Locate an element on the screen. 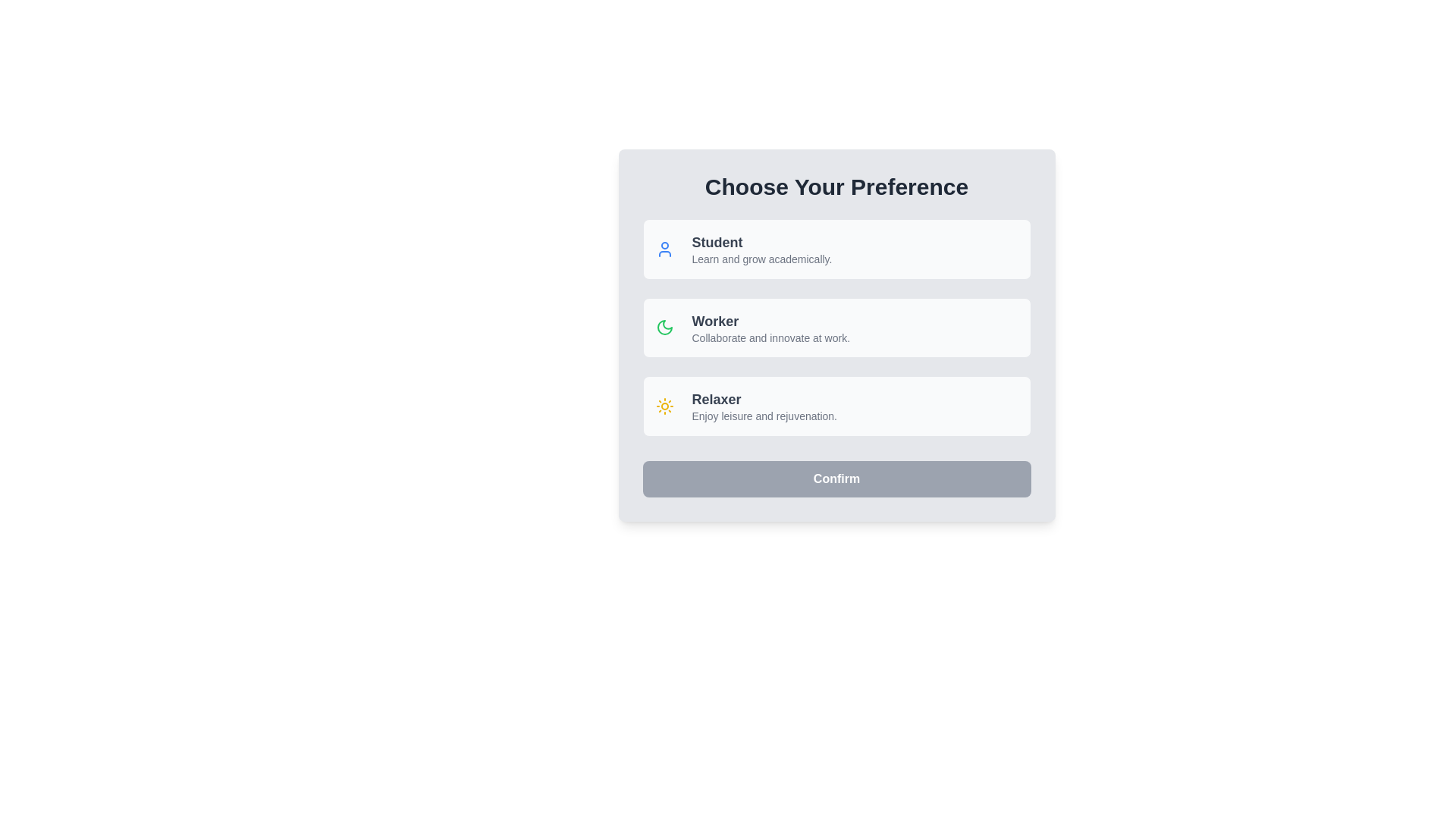 Image resolution: width=1456 pixels, height=819 pixels. the decorative icon symbolizing the 'Worker' option, located in the second row of the 'Choose Your Preference' list, to the left of the label 'Worker' is located at coordinates (664, 327).